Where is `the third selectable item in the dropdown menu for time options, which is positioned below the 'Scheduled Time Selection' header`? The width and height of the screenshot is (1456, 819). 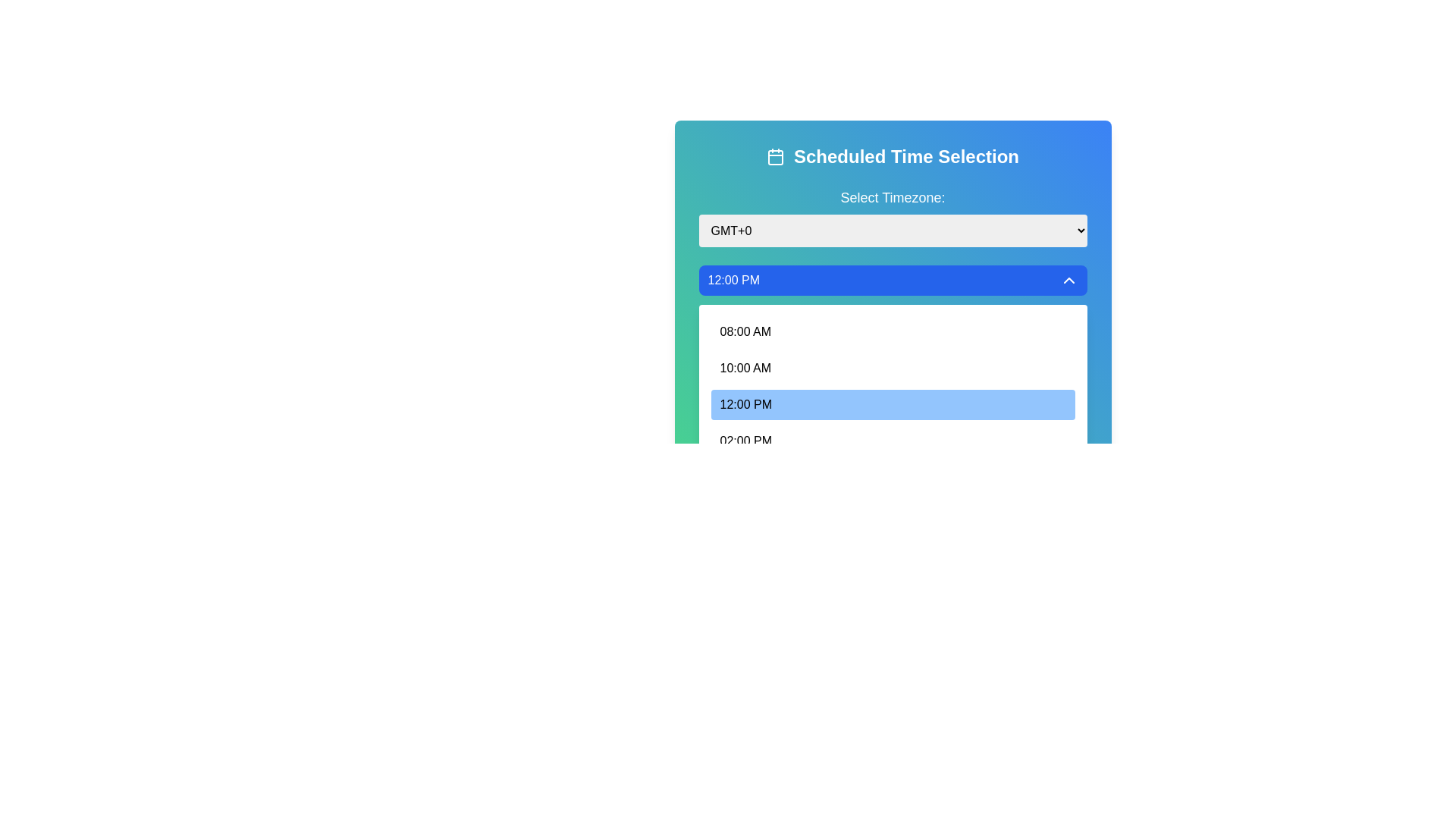
the third selectable item in the dropdown menu for time options, which is positioned below the 'Scheduled Time Selection' header is located at coordinates (893, 384).